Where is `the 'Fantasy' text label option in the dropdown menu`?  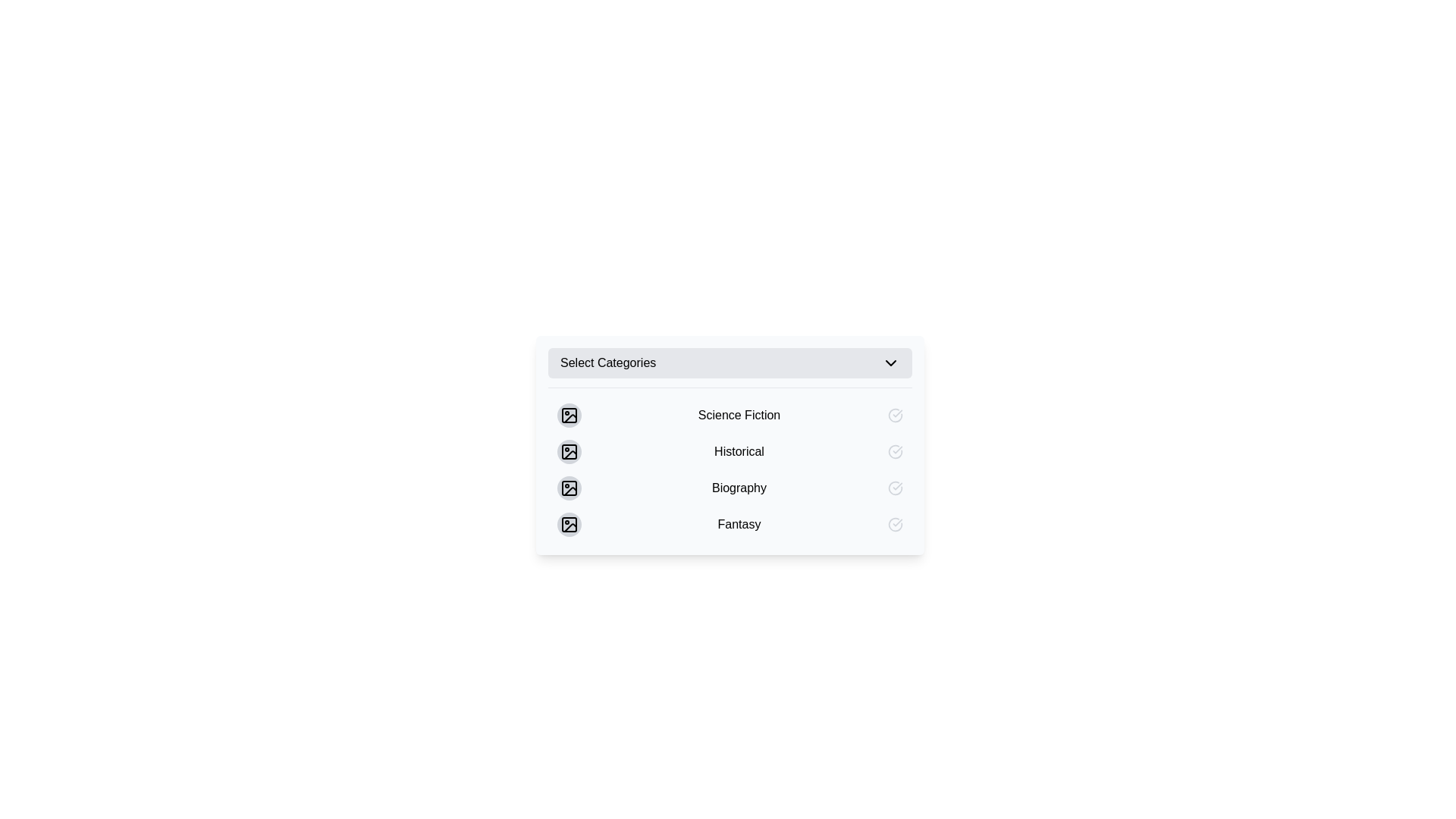
the 'Fantasy' text label option in the dropdown menu is located at coordinates (739, 523).